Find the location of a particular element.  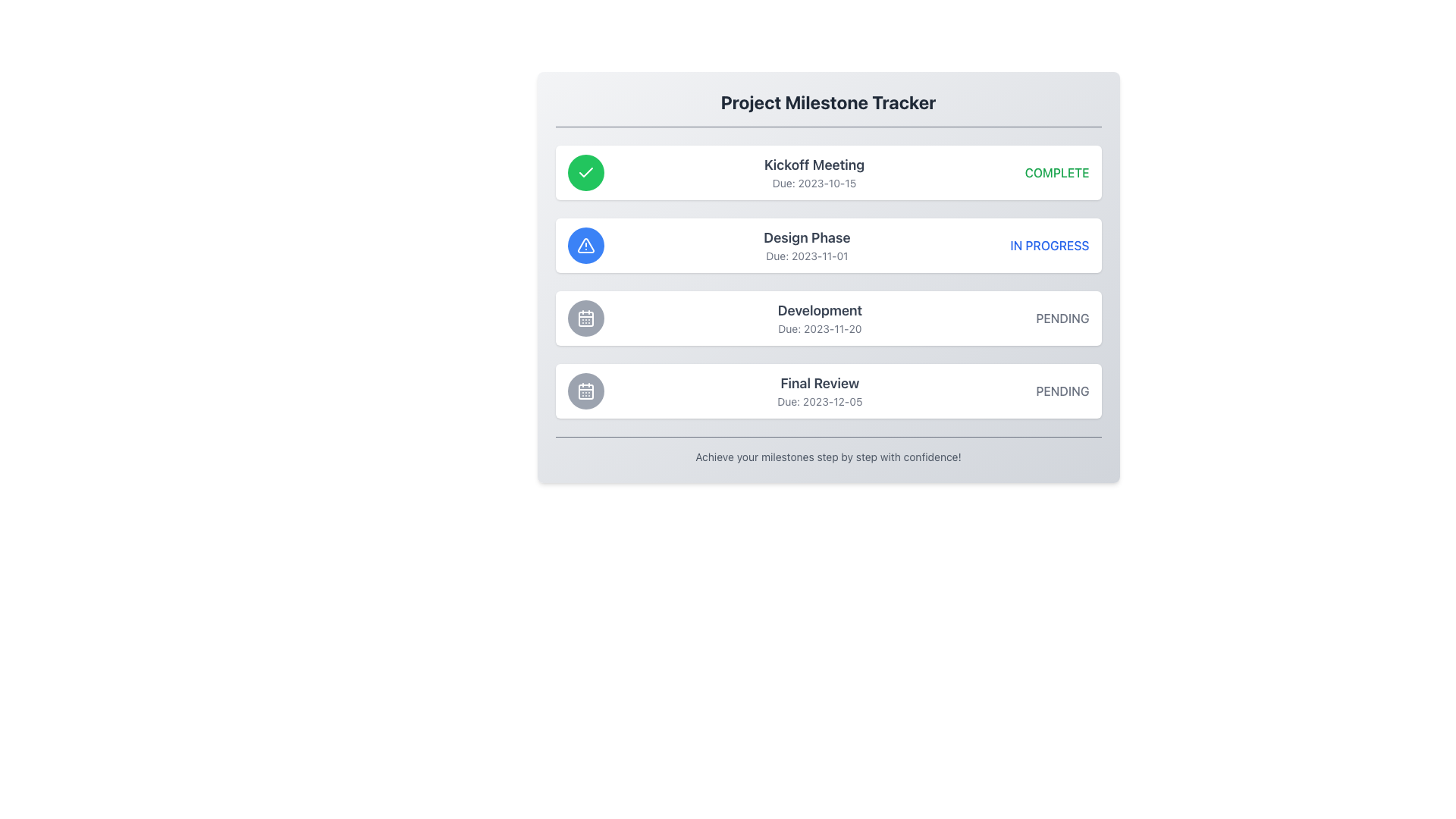

the second list item in the Project Milestone Tracker, which has a white background, displays 'Design Phase', 'Due: 2023-11-01', and 'IN PROGRESS' with a blue circular icon and bold text on the right is located at coordinates (827, 245).